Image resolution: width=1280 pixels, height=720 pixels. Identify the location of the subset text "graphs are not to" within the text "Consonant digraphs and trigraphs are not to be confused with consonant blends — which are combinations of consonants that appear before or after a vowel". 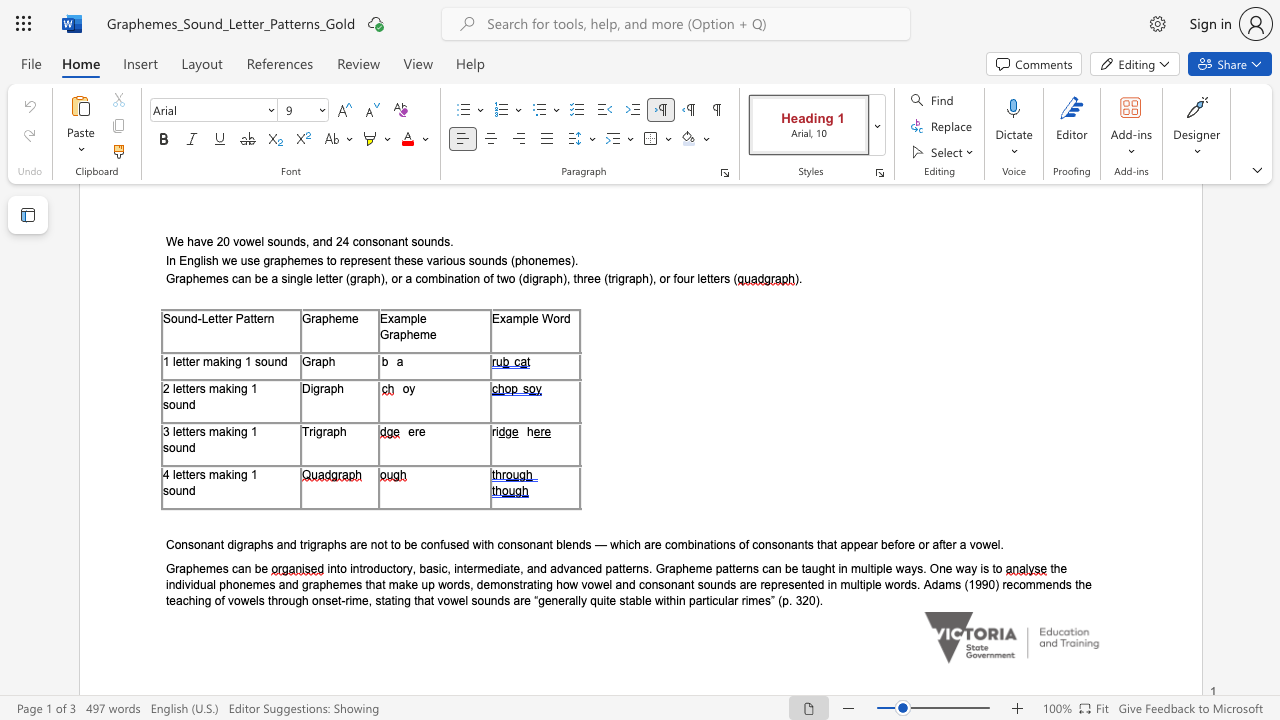
(309, 544).